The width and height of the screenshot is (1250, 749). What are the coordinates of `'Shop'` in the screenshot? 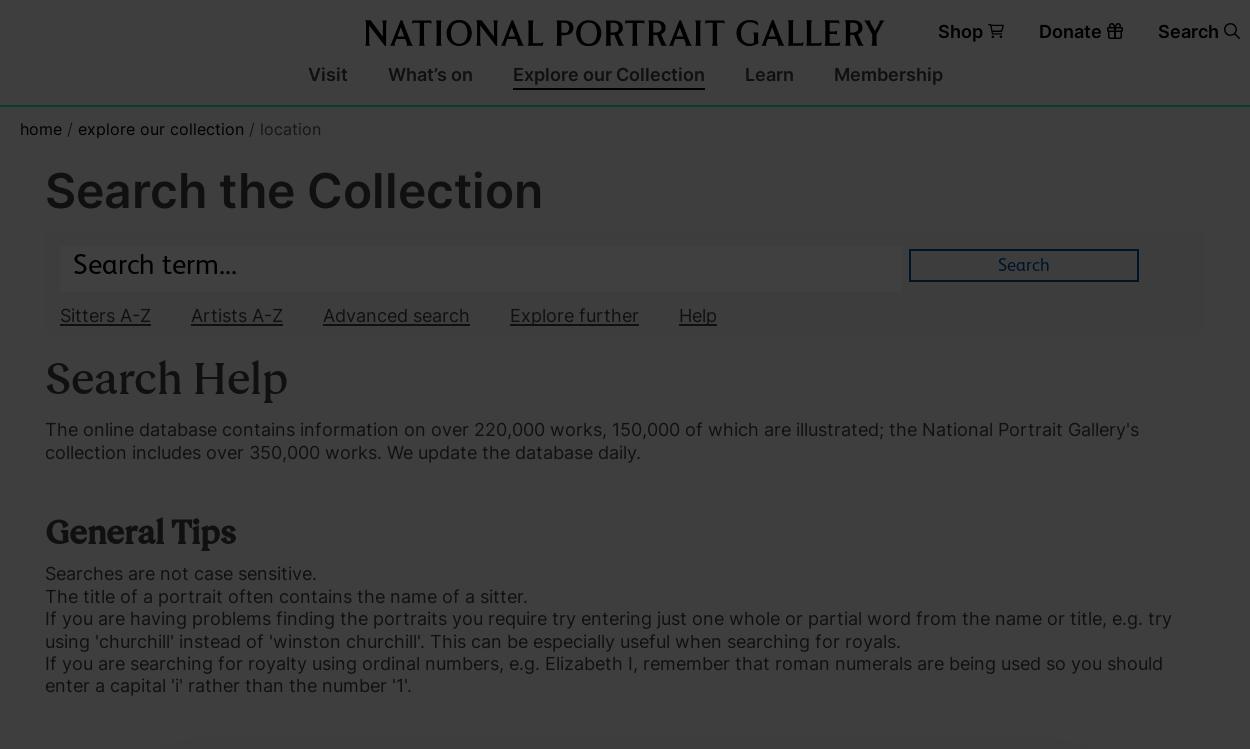 It's located at (959, 30).